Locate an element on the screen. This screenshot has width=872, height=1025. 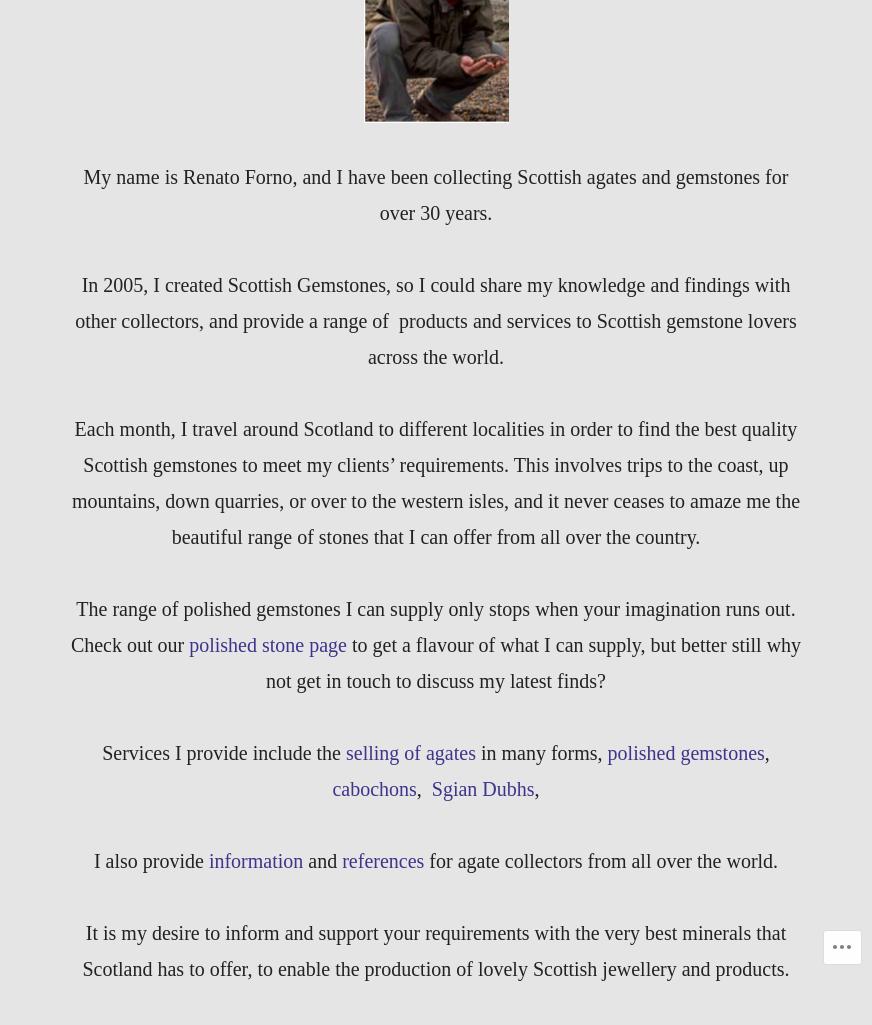
'cabochons' is located at coordinates (331, 788).